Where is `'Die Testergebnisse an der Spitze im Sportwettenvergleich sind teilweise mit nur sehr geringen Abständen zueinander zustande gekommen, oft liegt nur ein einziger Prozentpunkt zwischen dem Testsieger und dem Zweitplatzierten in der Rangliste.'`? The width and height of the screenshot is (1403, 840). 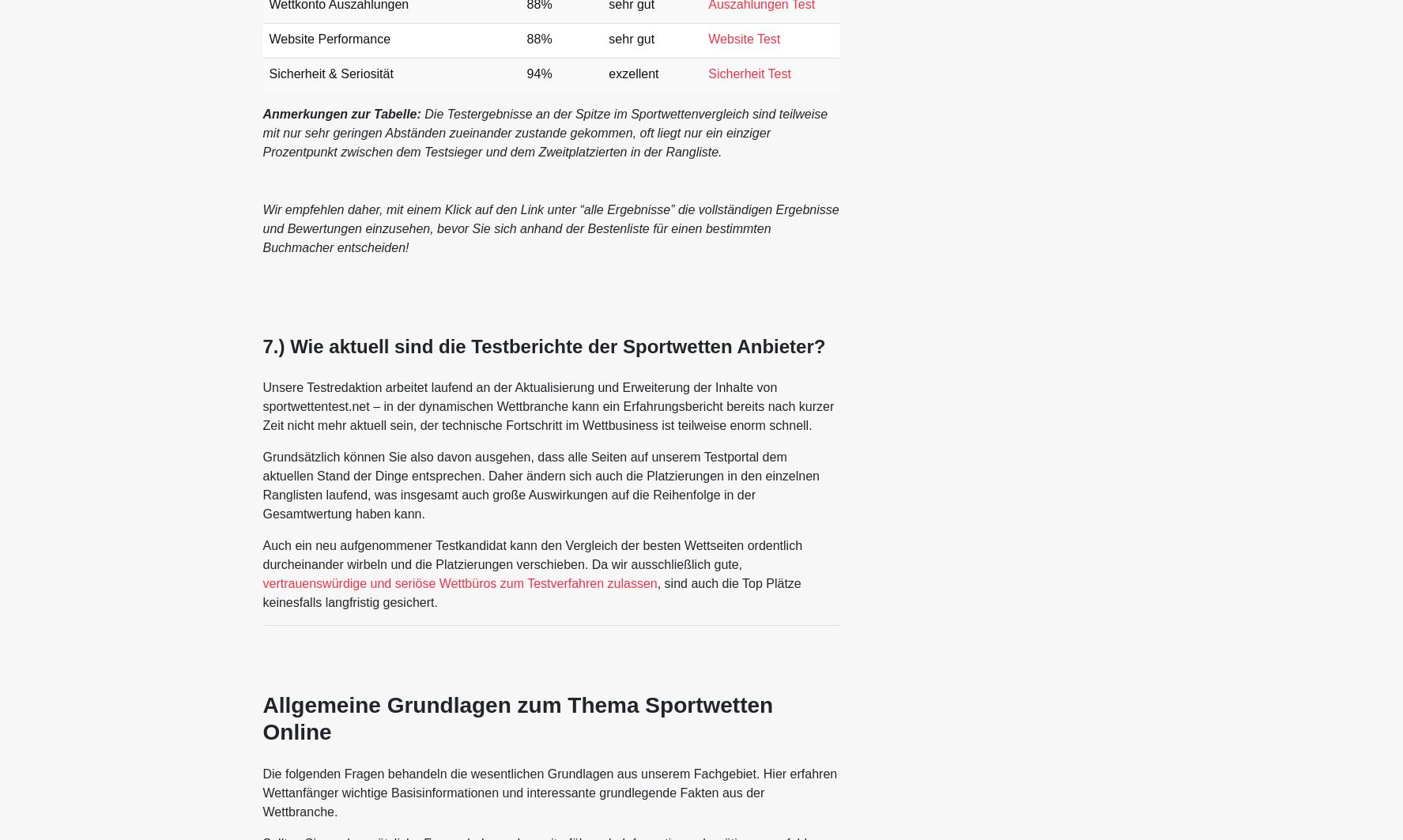 'Die Testergebnisse an der Spitze im Sportwettenvergleich sind teilweise mit nur sehr geringen Abständen zueinander zustande gekommen, oft liegt nur ein einziger Prozentpunkt zwischen dem Testsieger und dem Zweitplatzierten in der Rangliste.' is located at coordinates (544, 133).